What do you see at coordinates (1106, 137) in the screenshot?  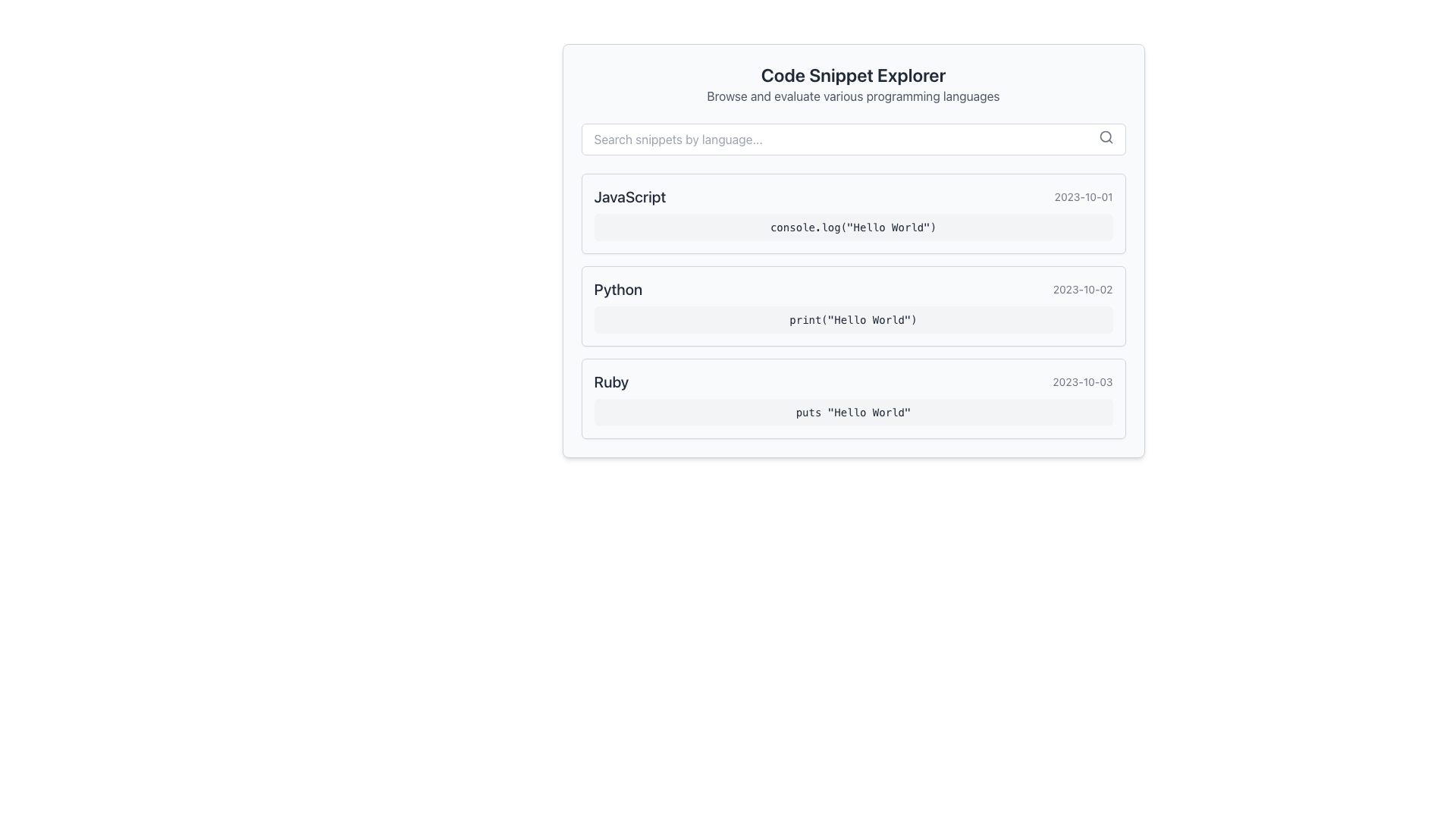 I see `the search icon located at the top-right corner of the search input field, which visually indicates the search functionality` at bounding box center [1106, 137].